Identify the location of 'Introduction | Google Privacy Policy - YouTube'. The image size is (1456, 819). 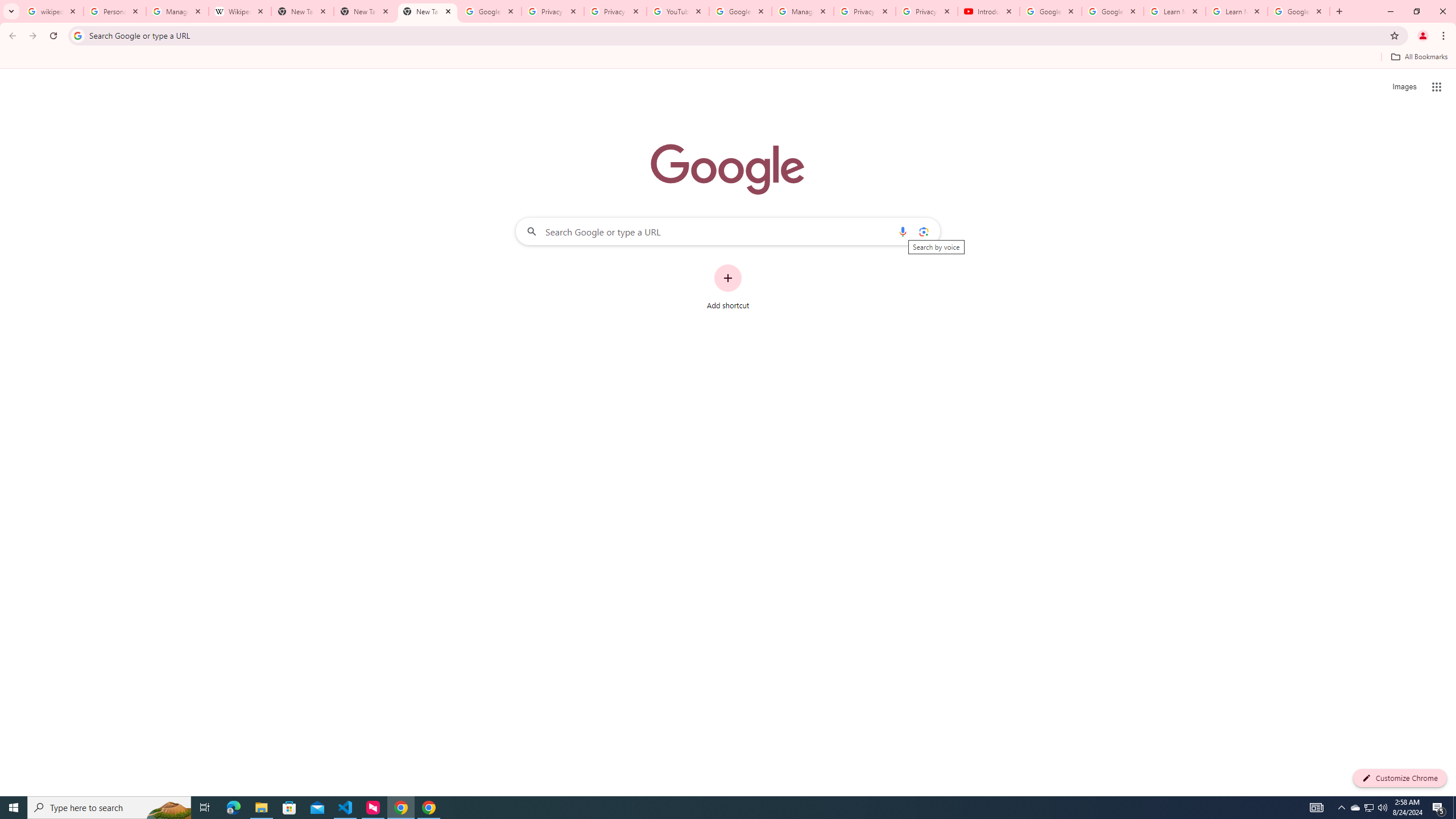
(988, 11).